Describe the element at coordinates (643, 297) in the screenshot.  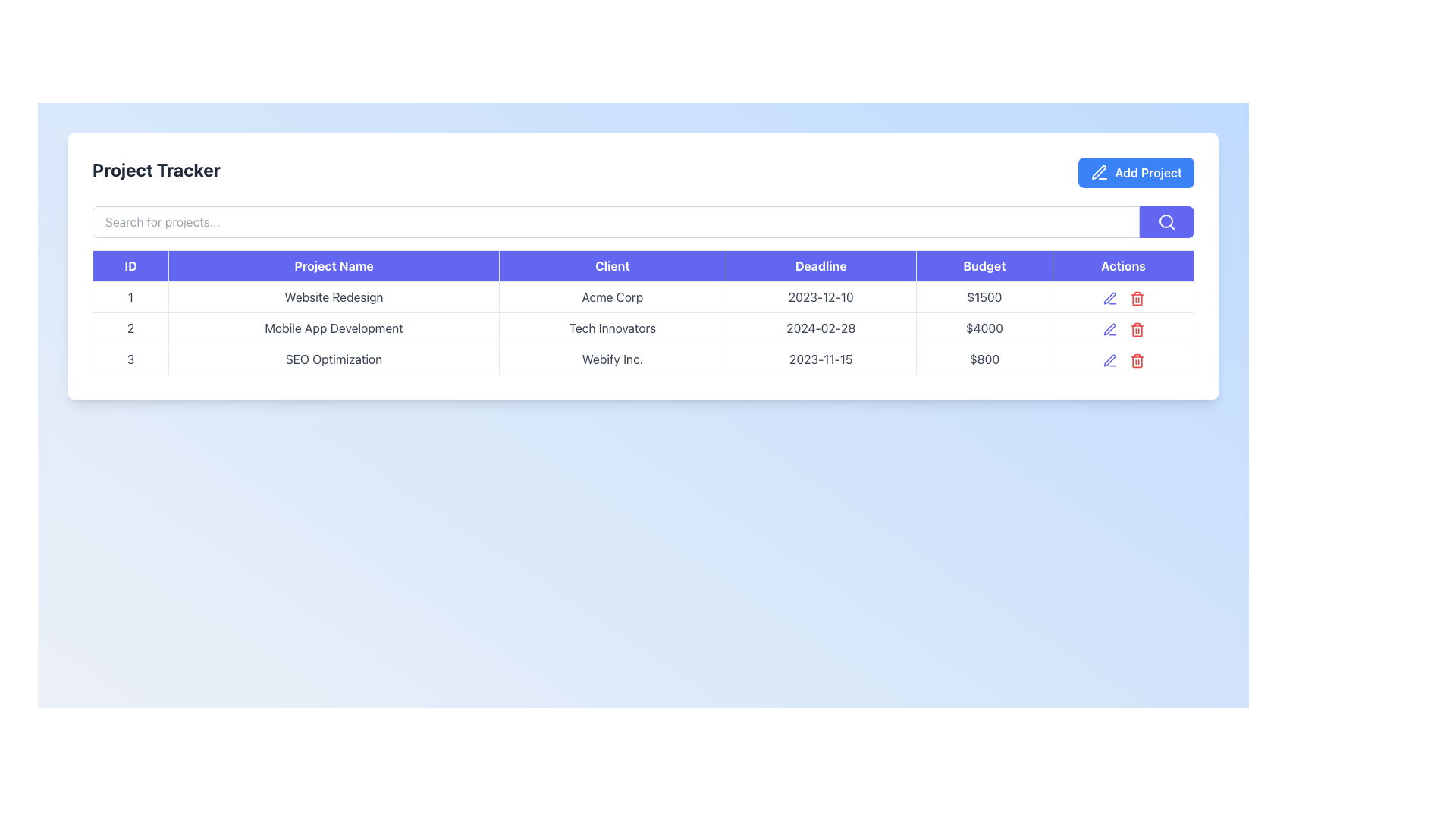
I see `the values in the first row of the project tracker table` at that location.